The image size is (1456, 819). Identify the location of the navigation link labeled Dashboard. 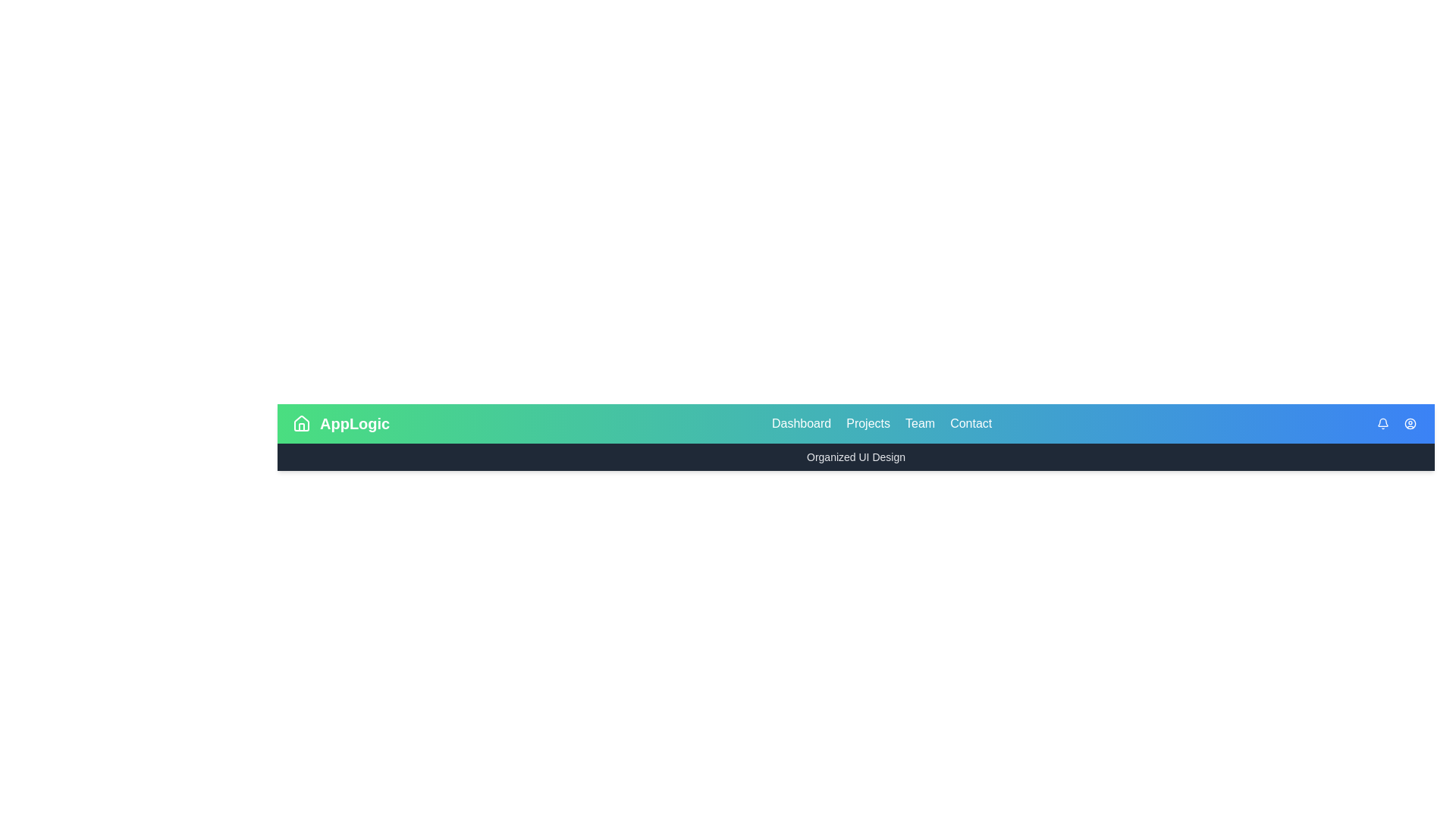
(800, 424).